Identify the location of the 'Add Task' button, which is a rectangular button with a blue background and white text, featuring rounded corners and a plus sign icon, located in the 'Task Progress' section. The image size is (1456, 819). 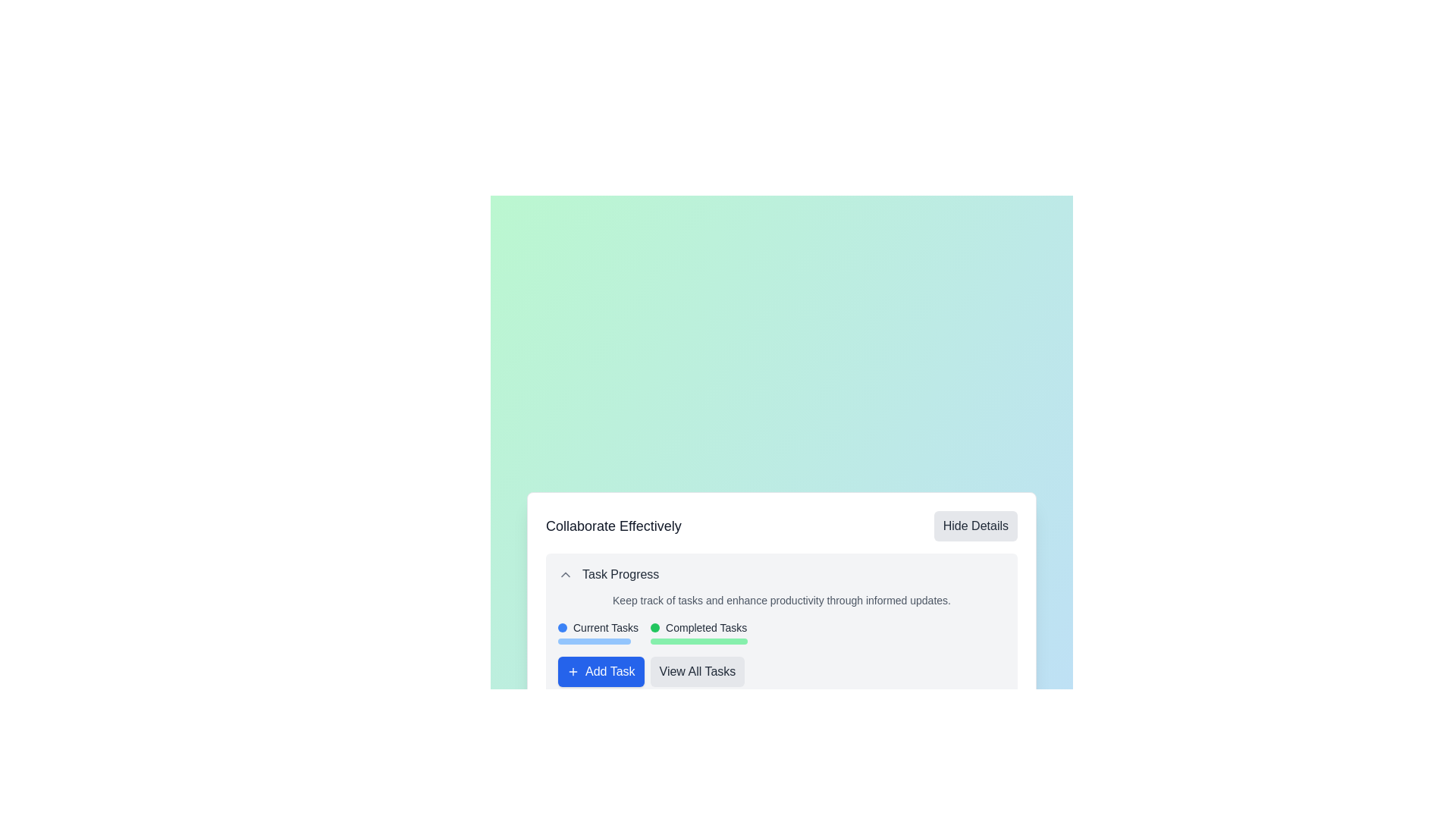
(600, 671).